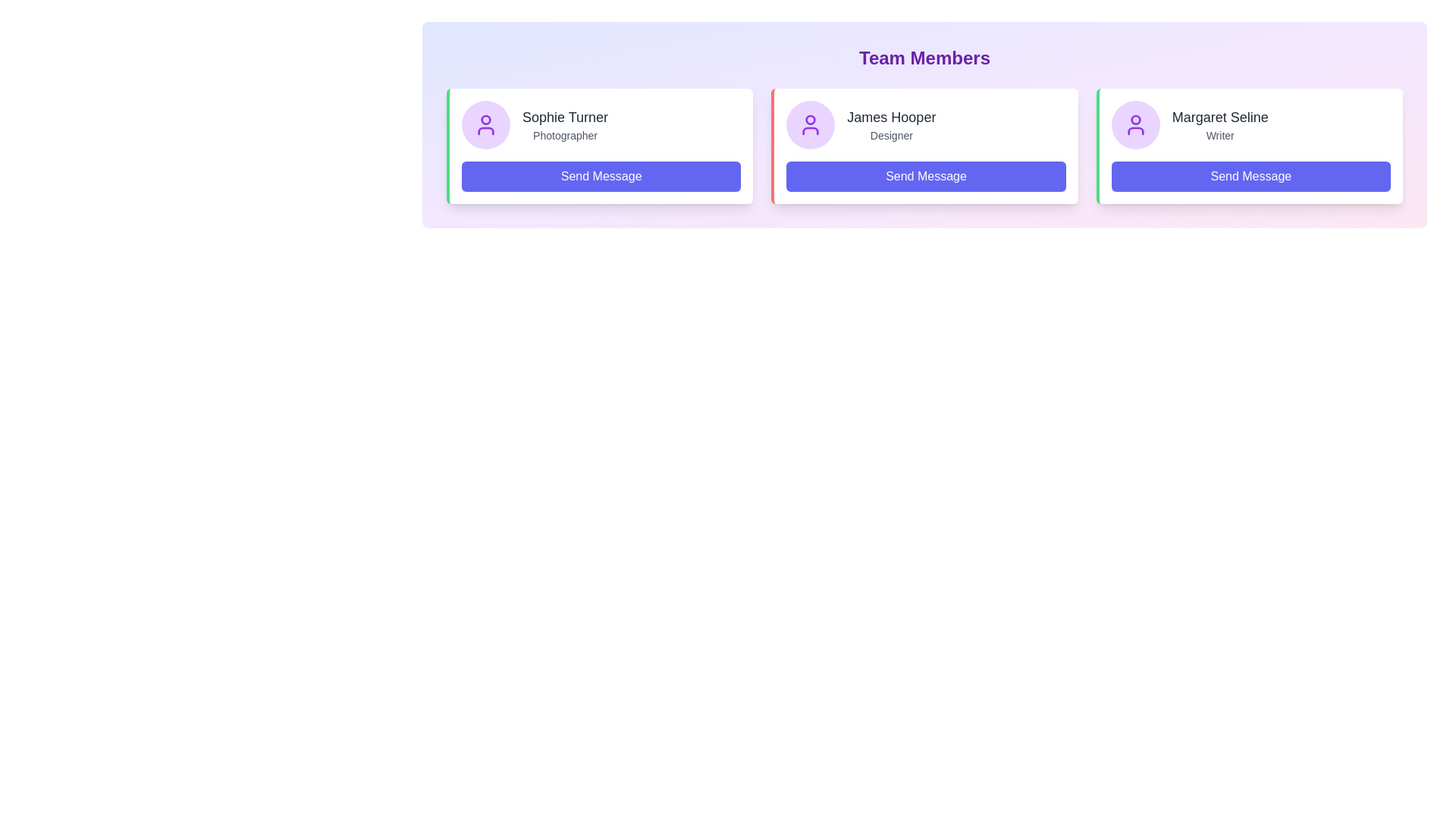  I want to click on text label that reads 'Designer', located beneath the name 'James Hooper' in the user profile card, so click(891, 134).